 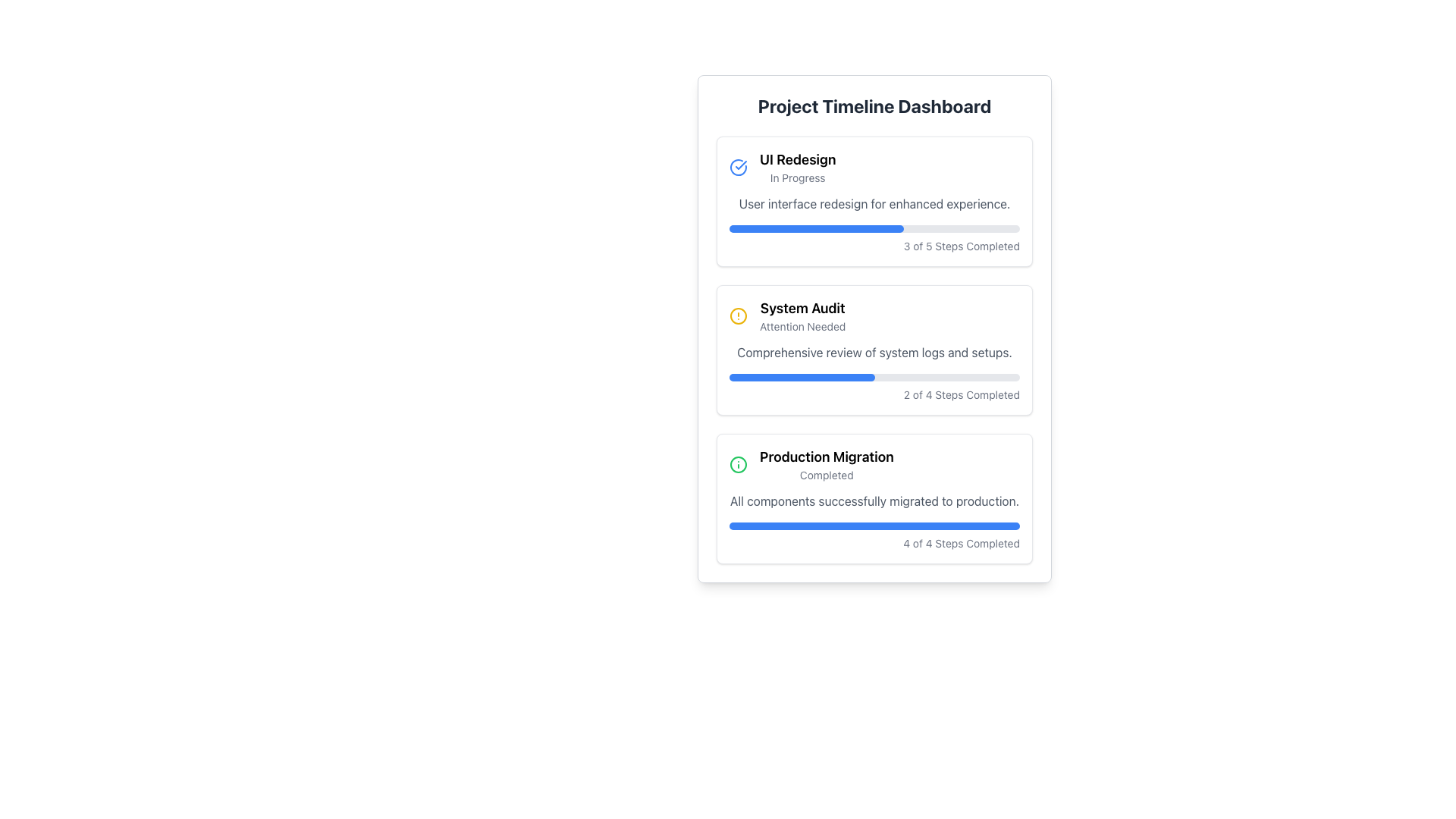 I want to click on the progress bar indicating 60% completion located on the 'UI Redesign' card in the 'Project Timeline Dashboard', so click(x=874, y=228).